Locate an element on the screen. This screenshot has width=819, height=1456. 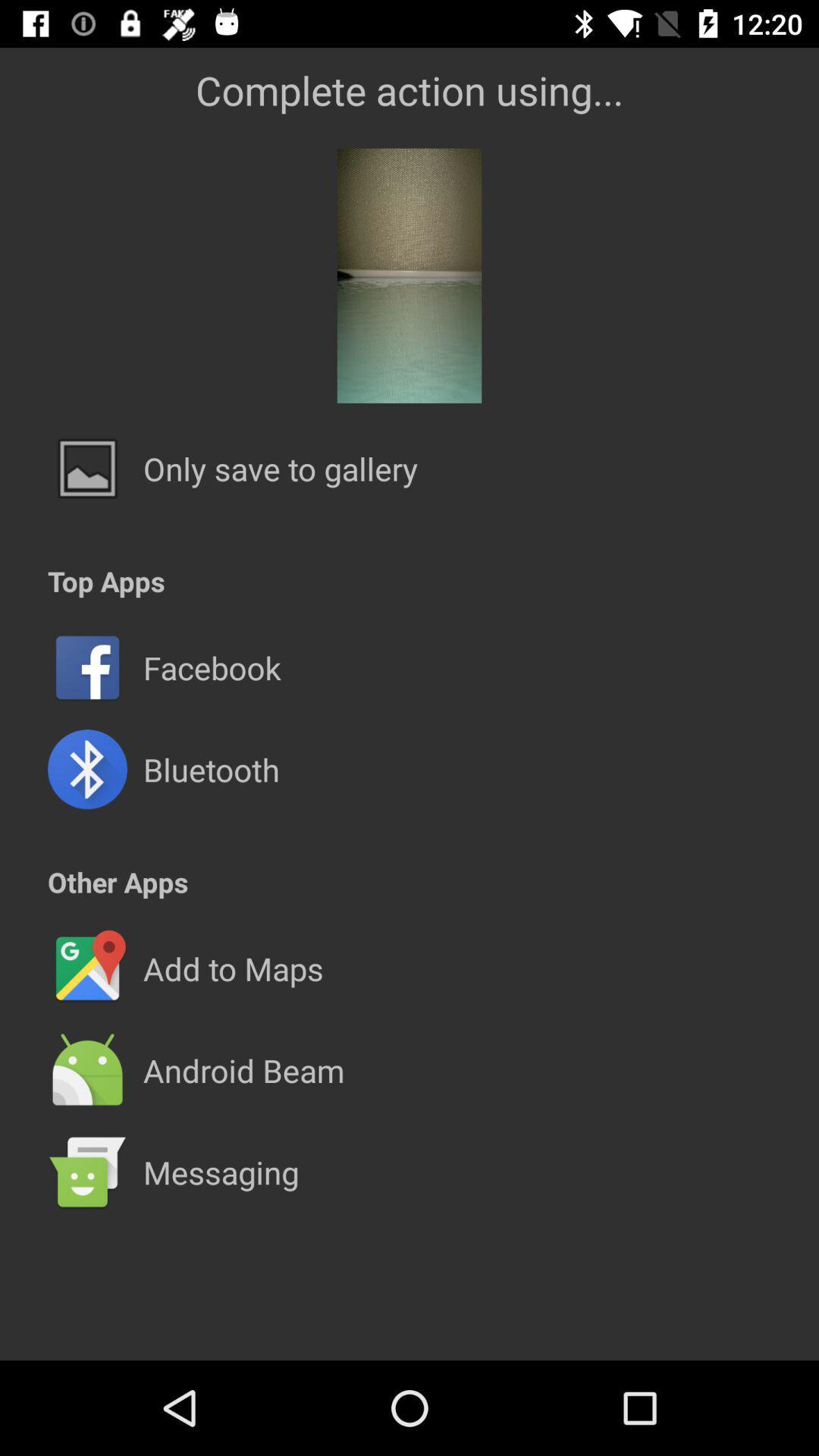
add to maps is located at coordinates (233, 968).